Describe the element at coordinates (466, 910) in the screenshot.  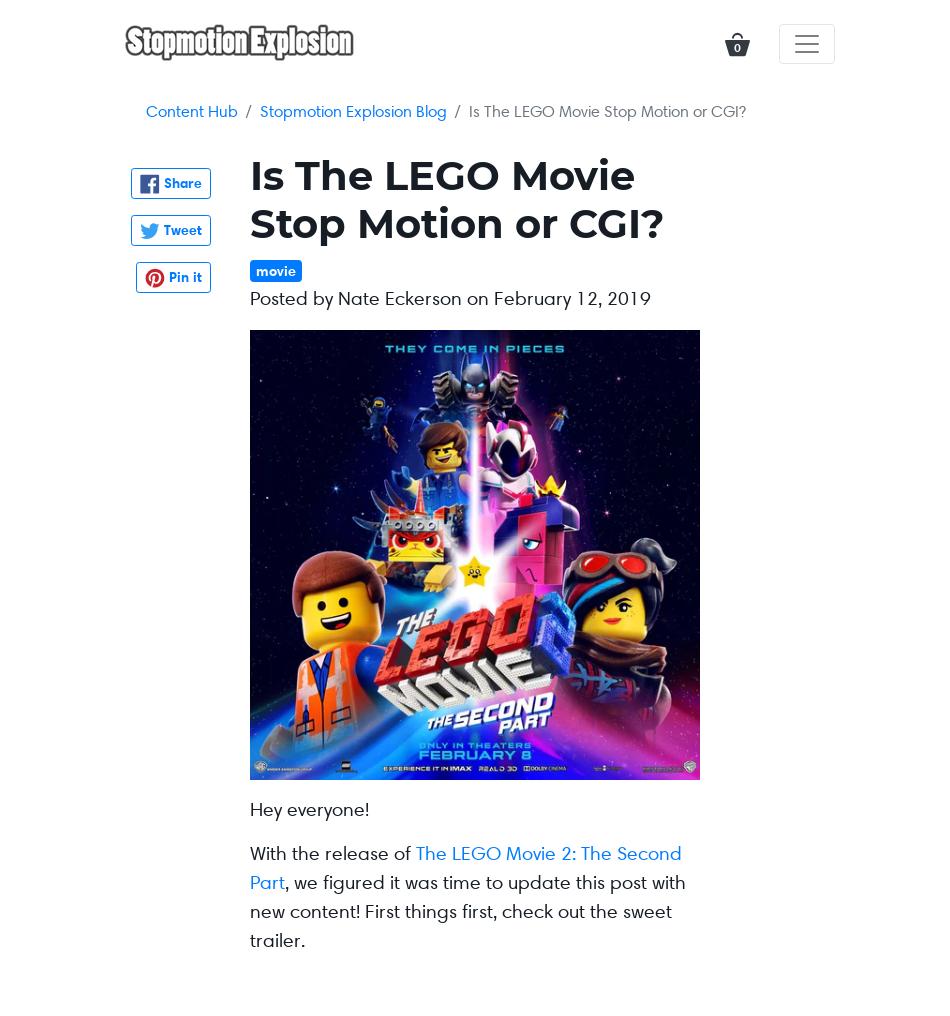
I see `', we figured it was time to update this post with new content! First things first, check out the sweet trailer.'` at that location.